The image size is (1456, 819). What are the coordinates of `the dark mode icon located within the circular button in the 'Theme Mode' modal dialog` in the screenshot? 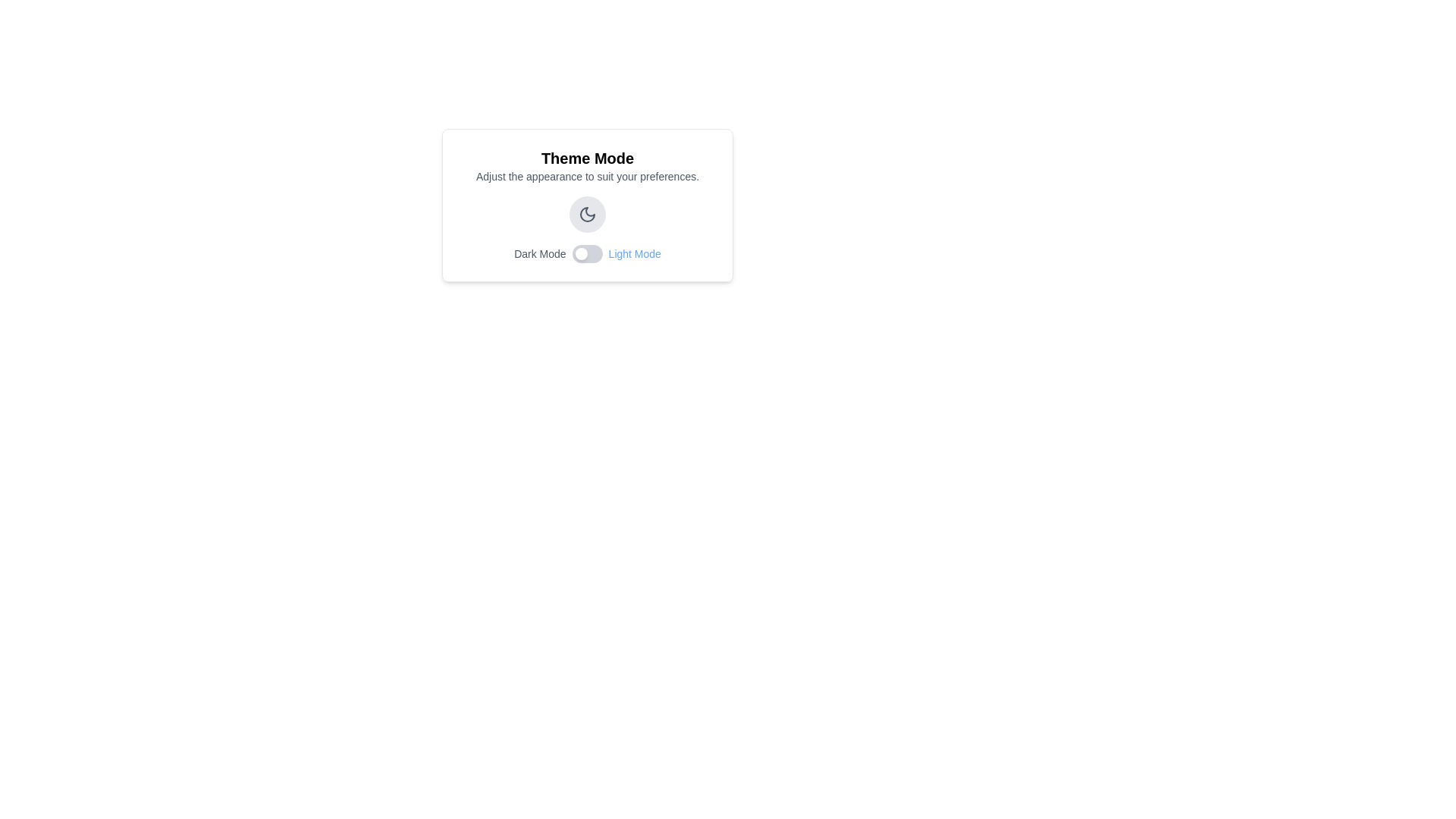 It's located at (586, 214).